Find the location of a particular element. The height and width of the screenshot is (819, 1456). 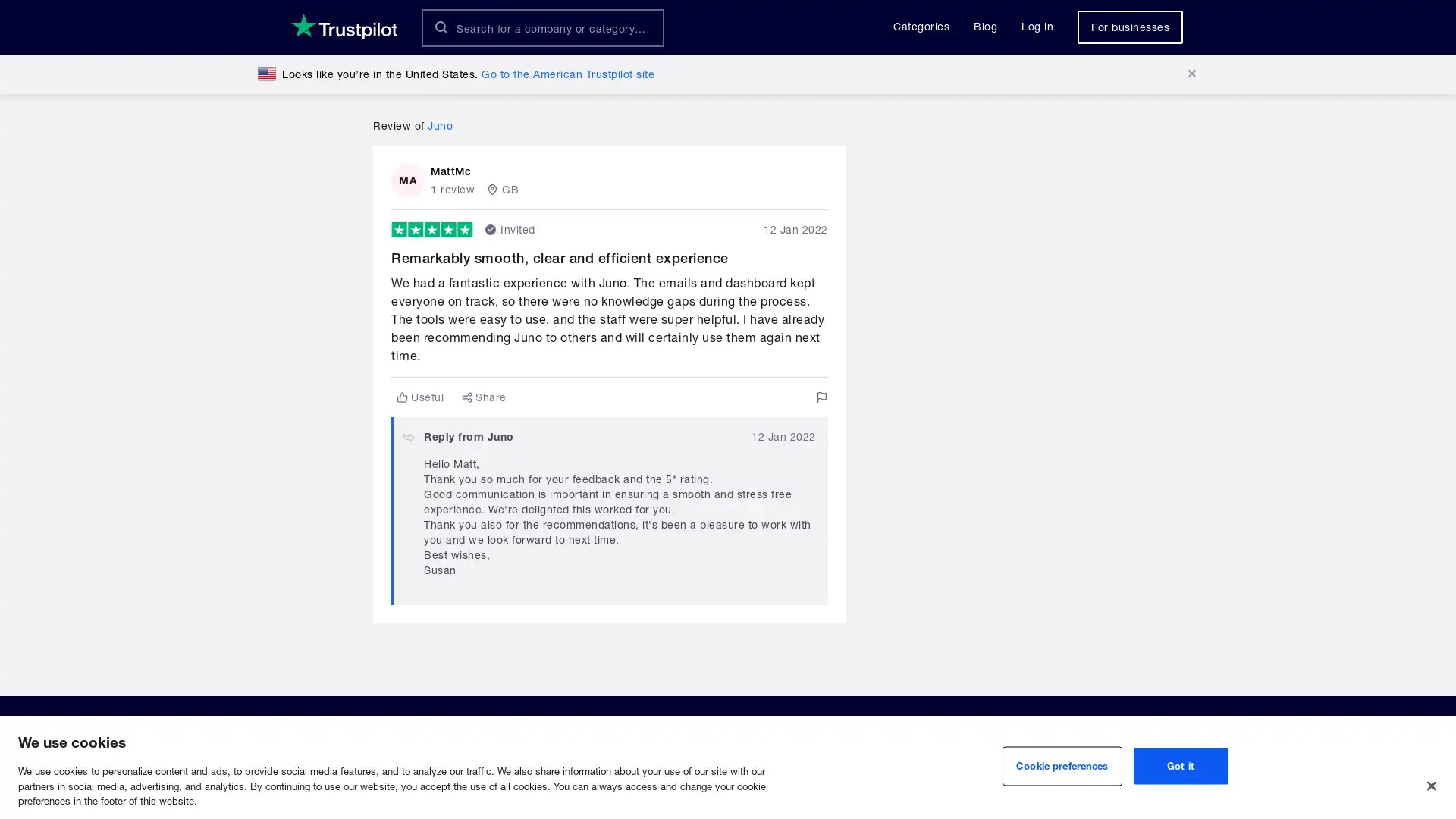

Dismiss is located at coordinates (1191, 74).